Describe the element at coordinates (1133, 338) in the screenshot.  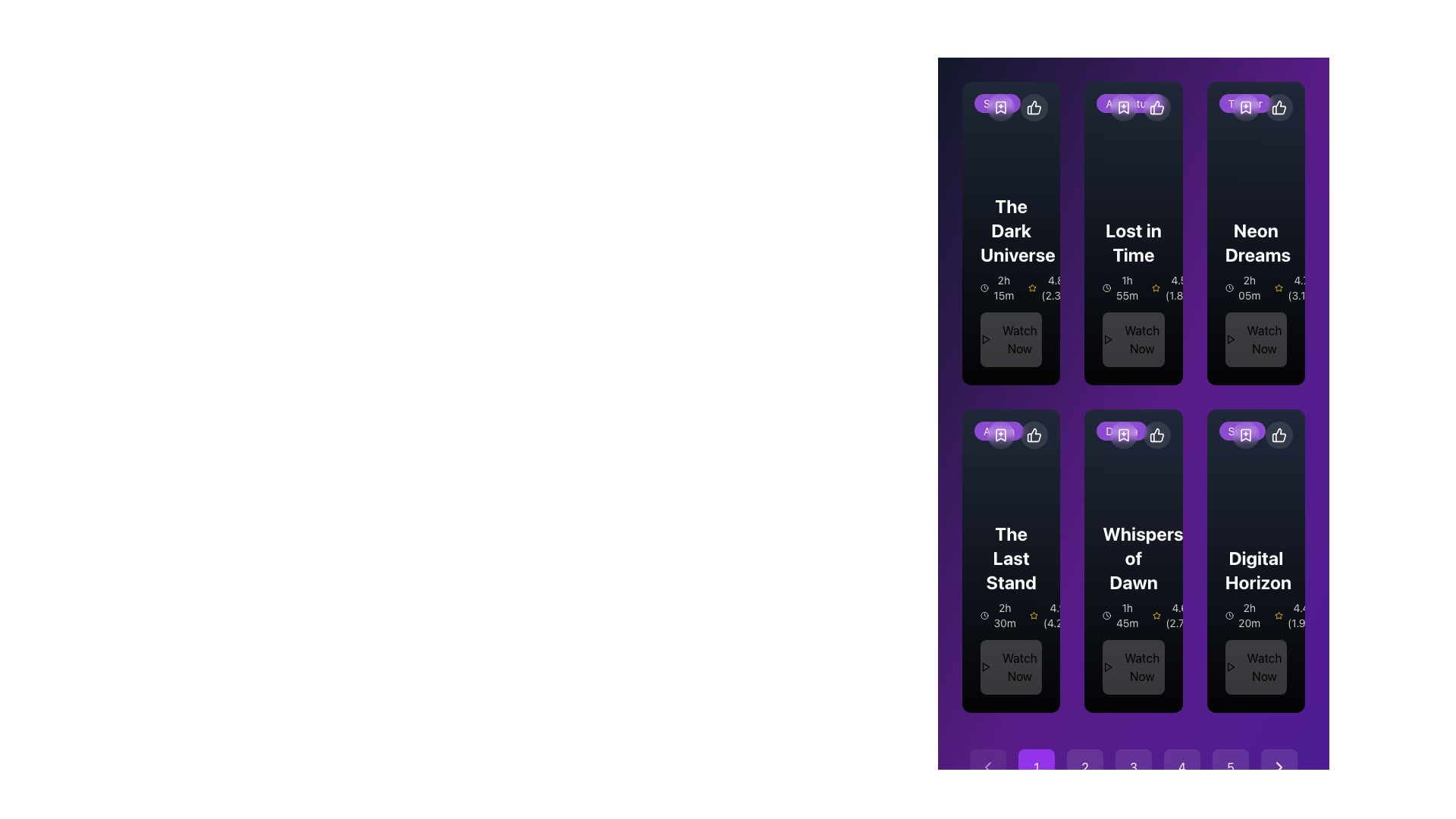
I see `the interactive call-to-action button for the movie 'Lost in Time' located in the middle column of the top row in the grid layout` at that location.